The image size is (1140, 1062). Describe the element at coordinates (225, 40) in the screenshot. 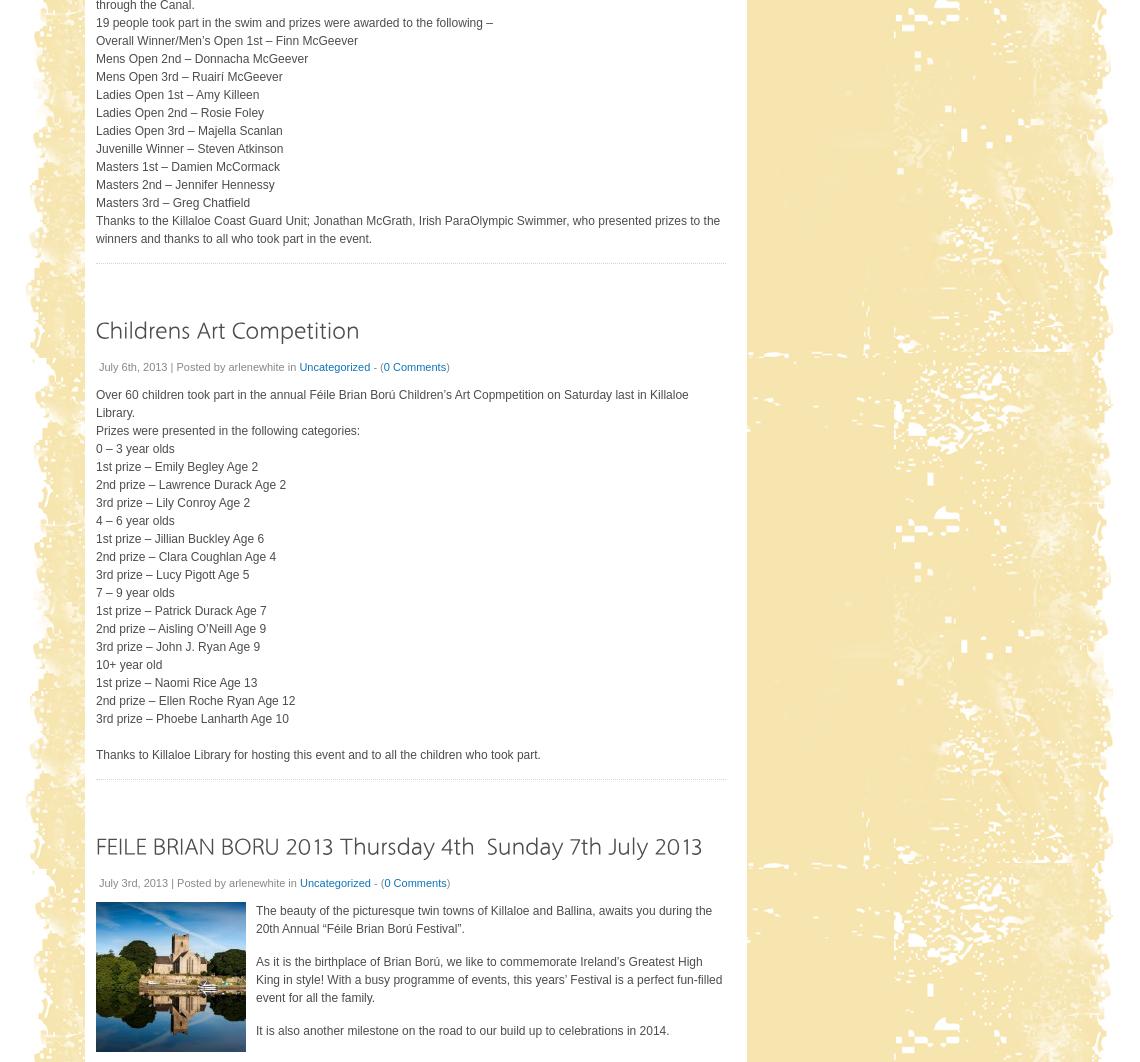

I see `'Overall Winner/Men’s Open 1st – Finn McGeever'` at that location.